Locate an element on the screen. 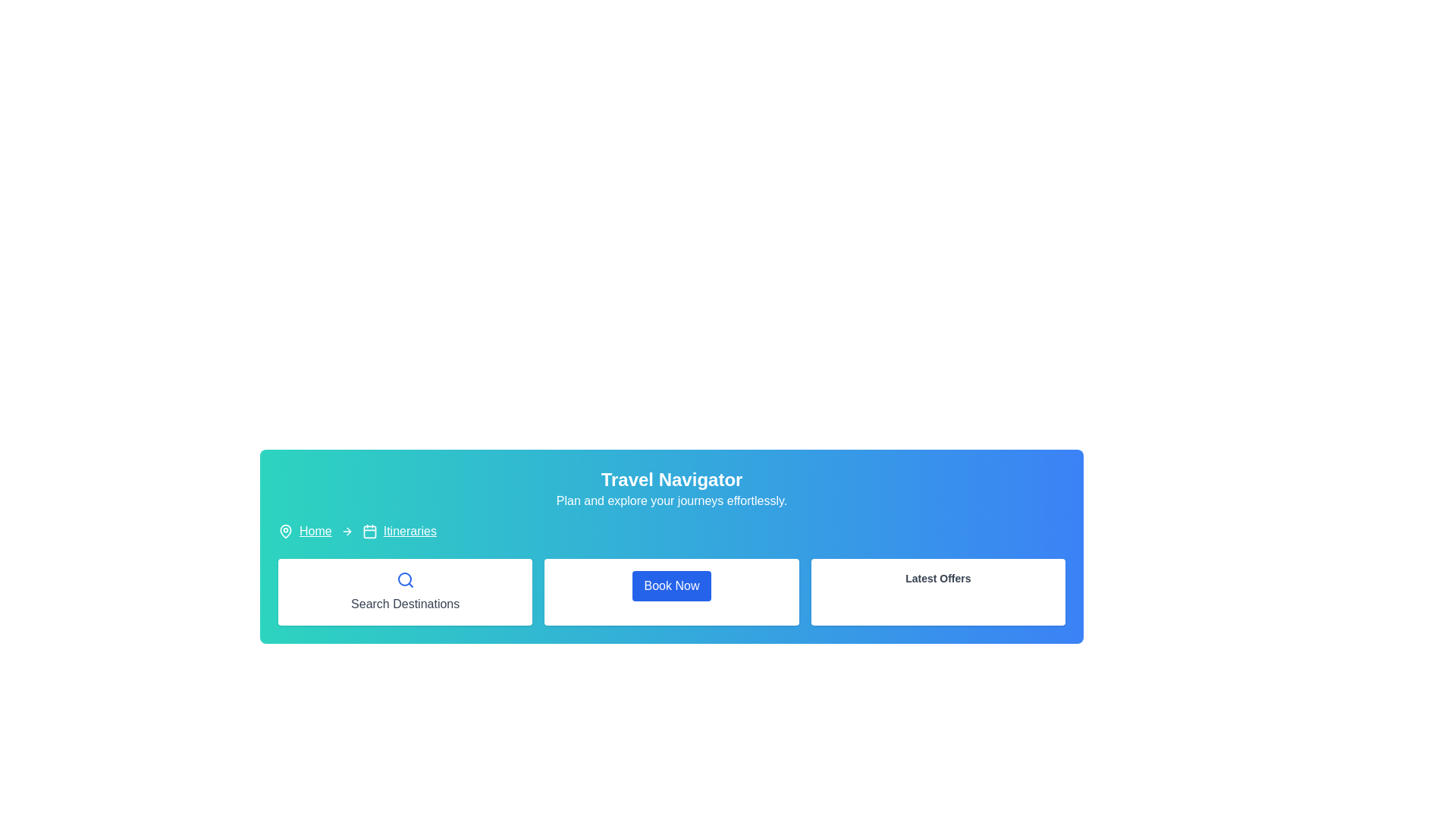 This screenshot has width=1456, height=819. the text link located in the top-left portion of the navigation bar is located at coordinates (315, 531).